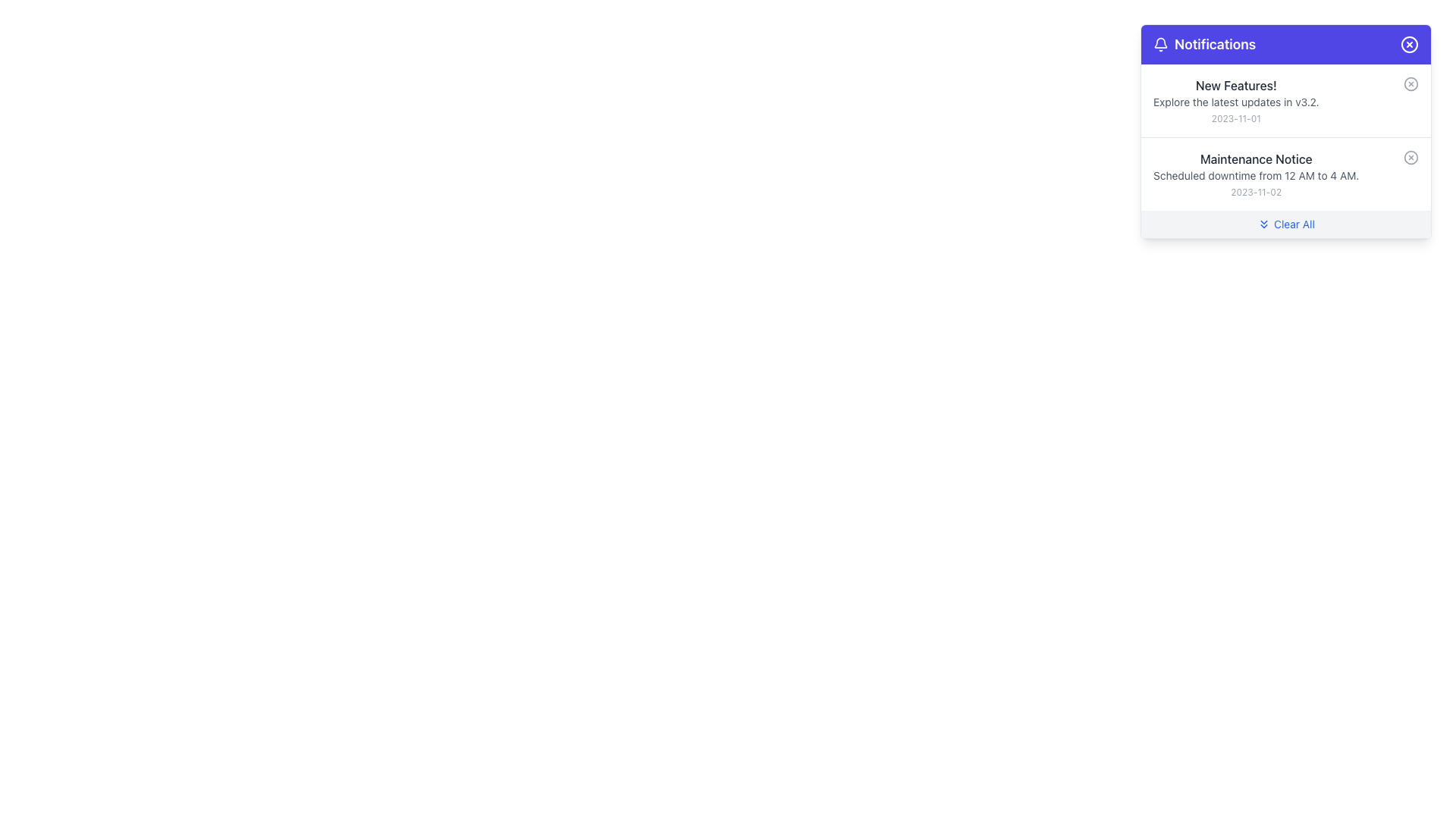 This screenshot has width=1456, height=819. What do you see at coordinates (1410, 84) in the screenshot?
I see `the dismiss button located at the top-right corner of the 'New Features!' notification card` at bounding box center [1410, 84].